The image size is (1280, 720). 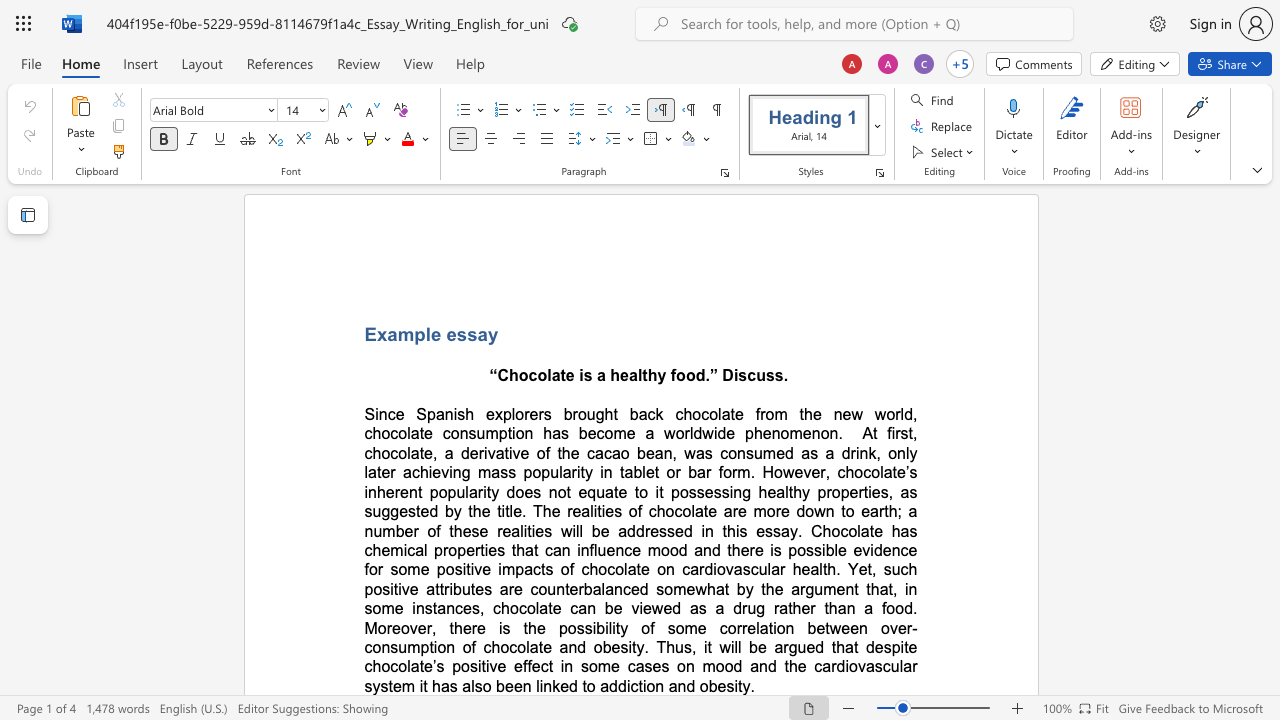 I want to click on the space between the continuous character "o" and "r" in the text, so click(x=376, y=569).